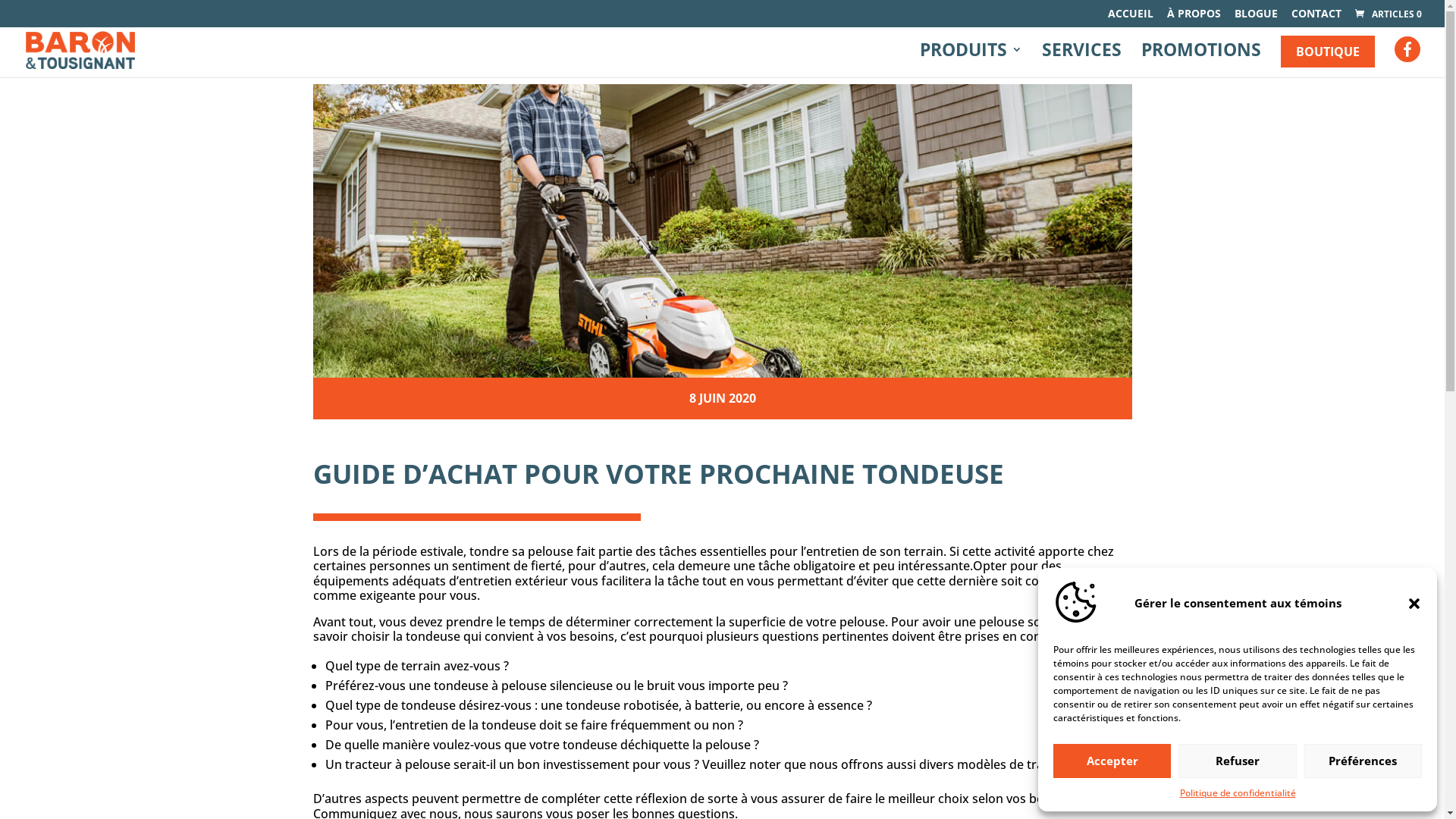 The width and height of the screenshot is (1456, 819). Describe the element at coordinates (971, 60) in the screenshot. I see `'PRODUITS'` at that location.